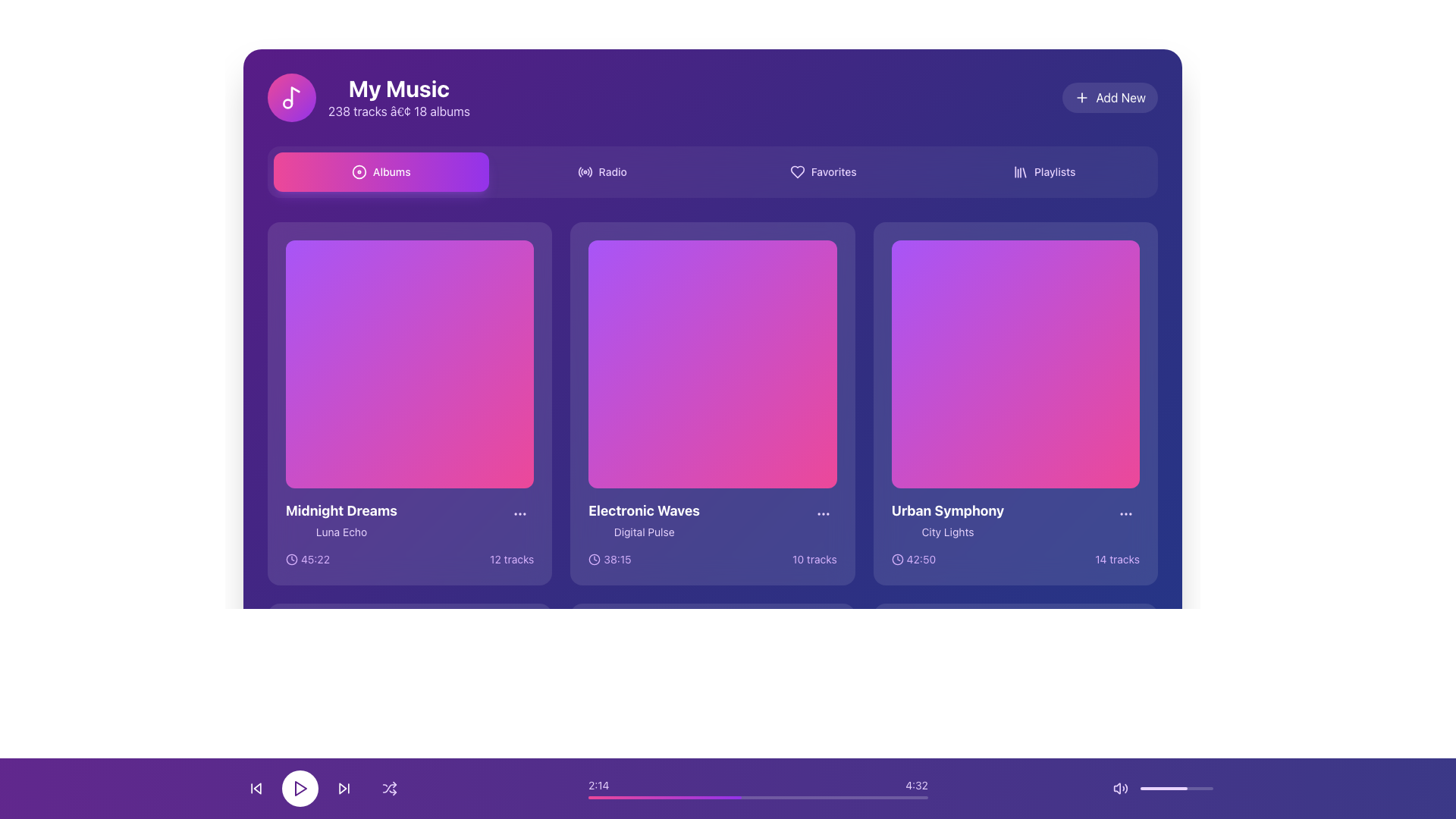 The image size is (1456, 819). I want to click on the static text element that serves as the title and subtitle for the first card in the music interface, located at the bottom-left corner of the card, so click(340, 519).